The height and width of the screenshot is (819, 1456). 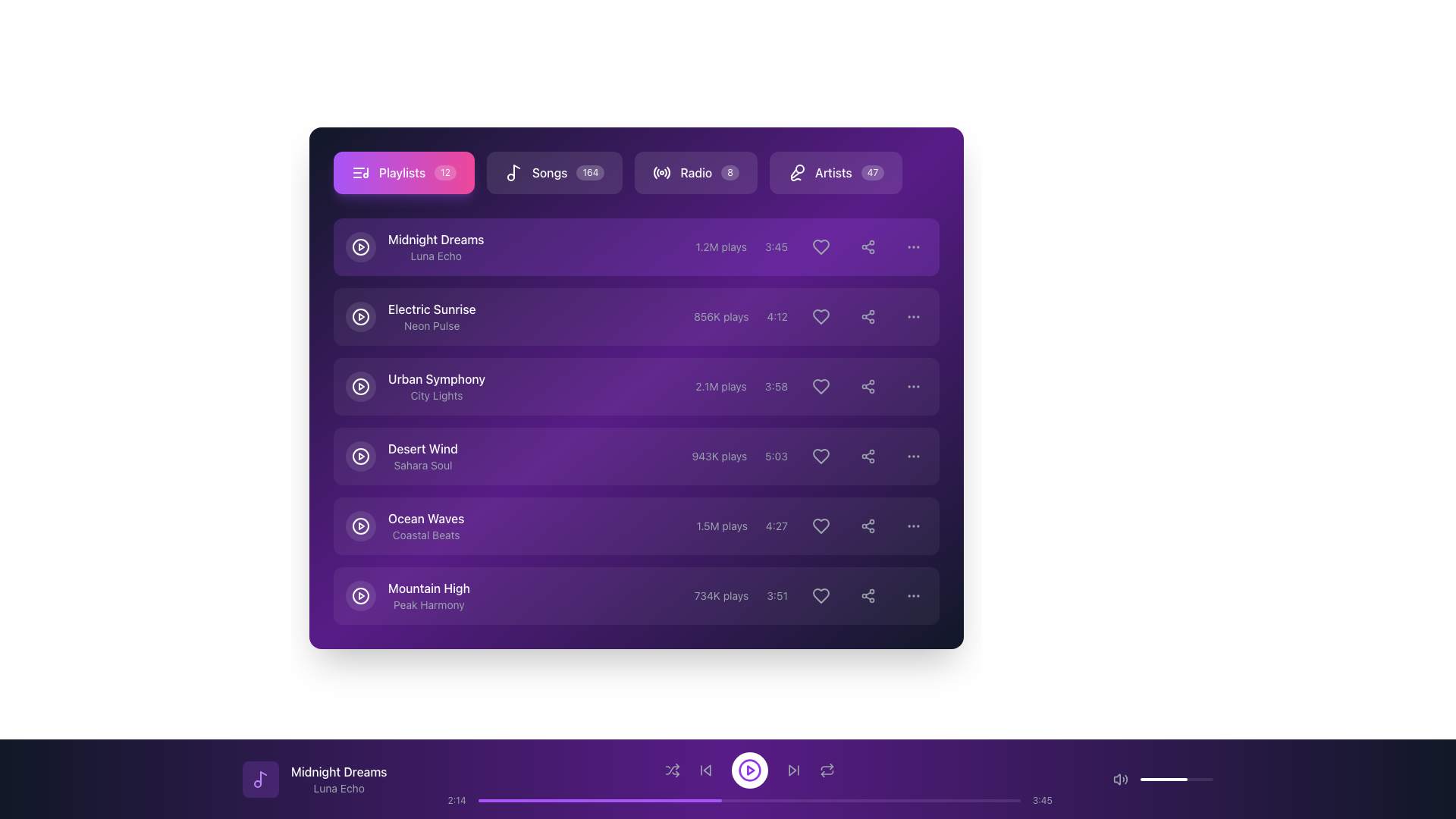 I want to click on the slider's value, so click(x=1162, y=780).